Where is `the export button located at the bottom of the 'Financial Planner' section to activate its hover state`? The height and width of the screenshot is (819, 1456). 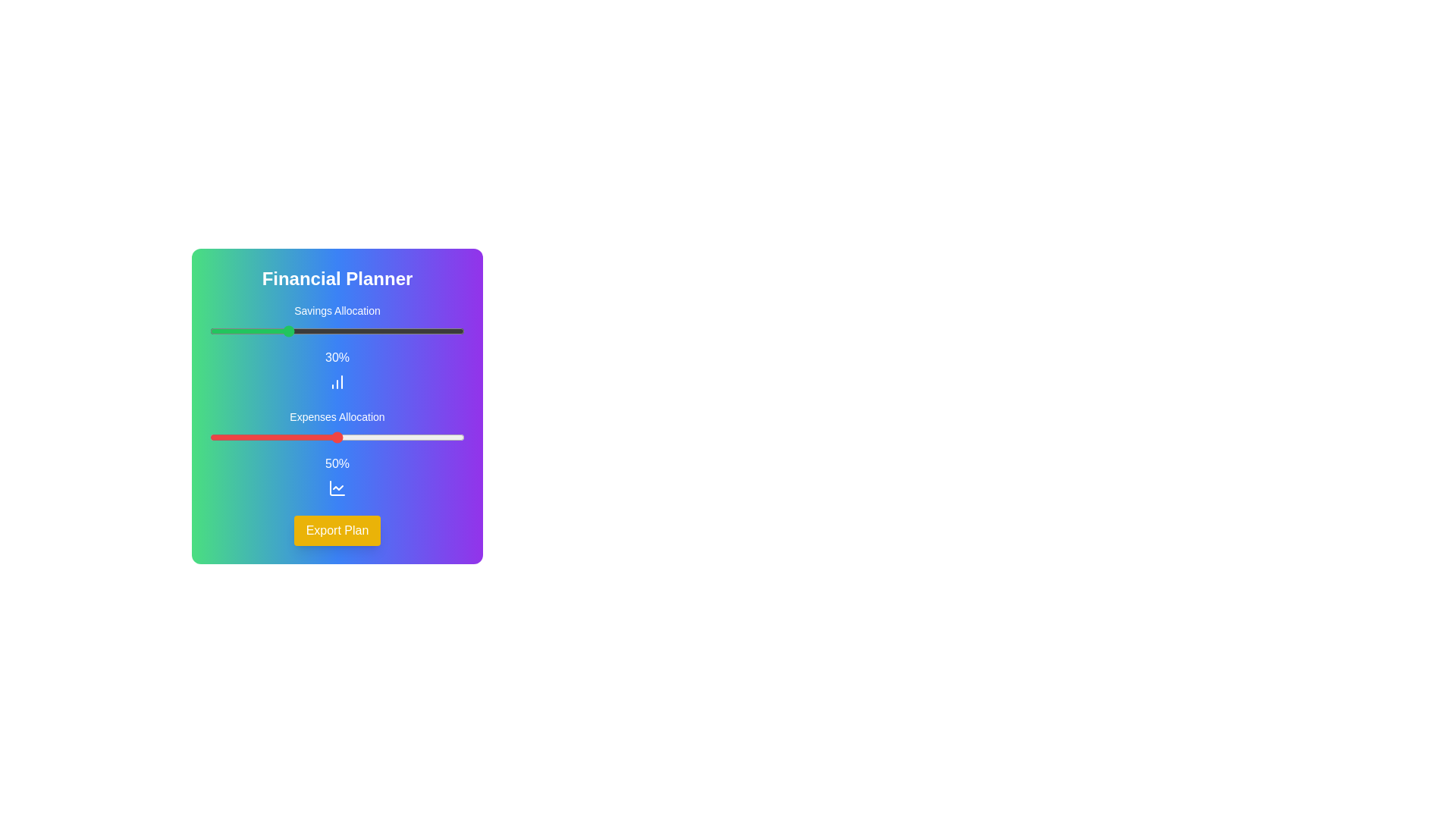 the export button located at the bottom of the 'Financial Planner' section to activate its hover state is located at coordinates (337, 529).